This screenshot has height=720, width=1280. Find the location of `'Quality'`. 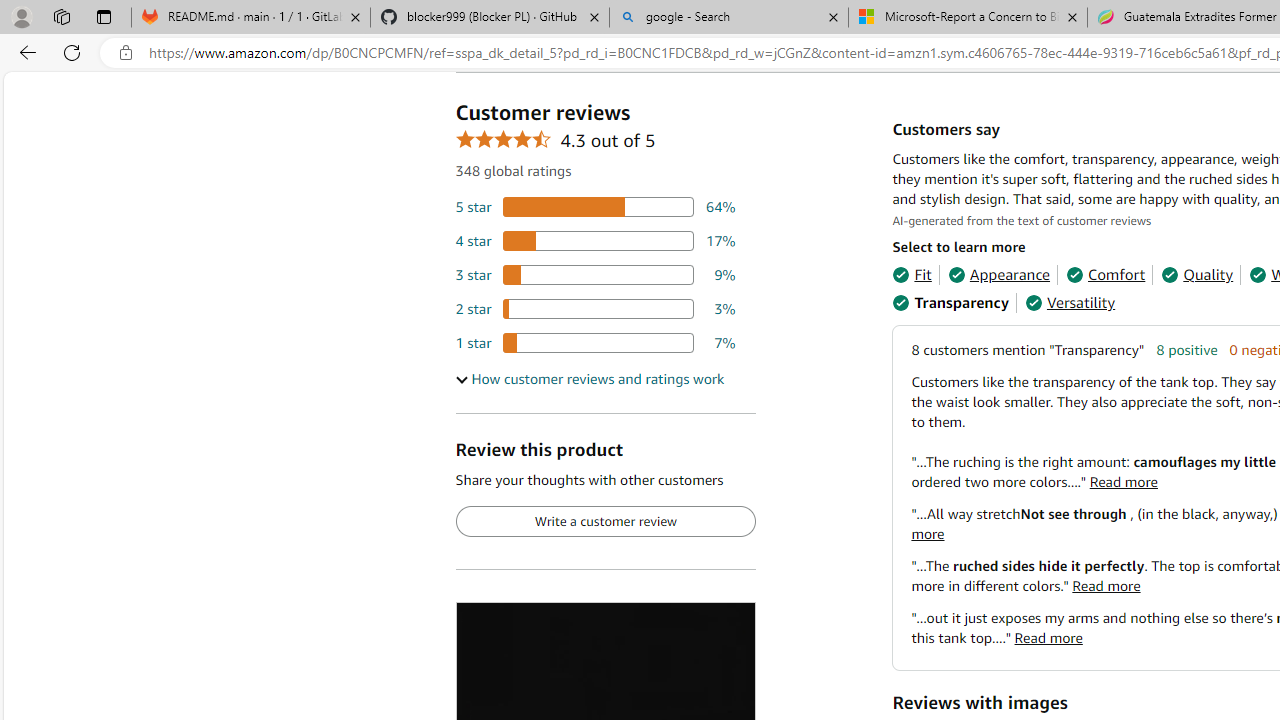

'Quality' is located at coordinates (1197, 275).